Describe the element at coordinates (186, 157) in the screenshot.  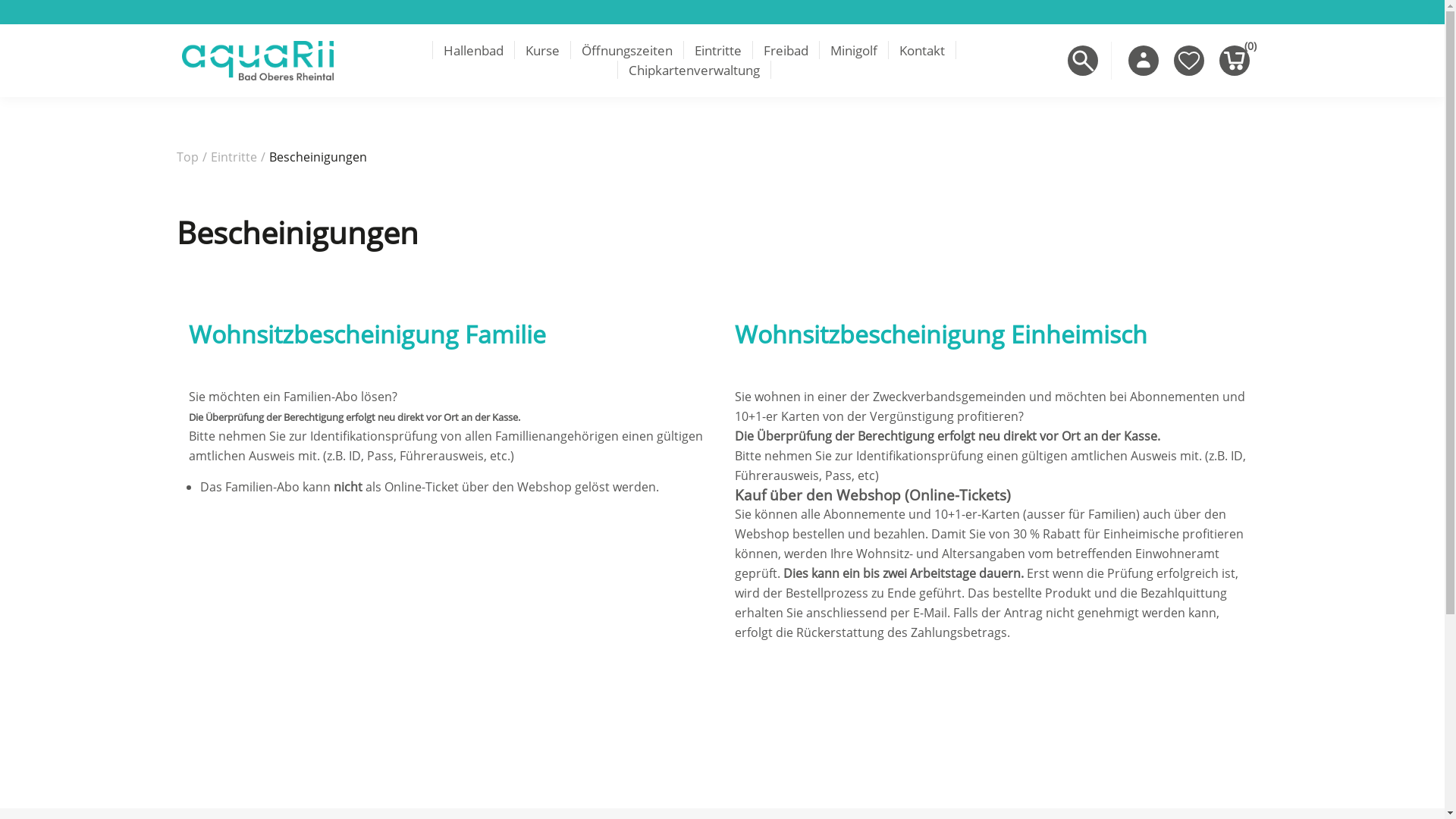
I see `'Top'` at that location.